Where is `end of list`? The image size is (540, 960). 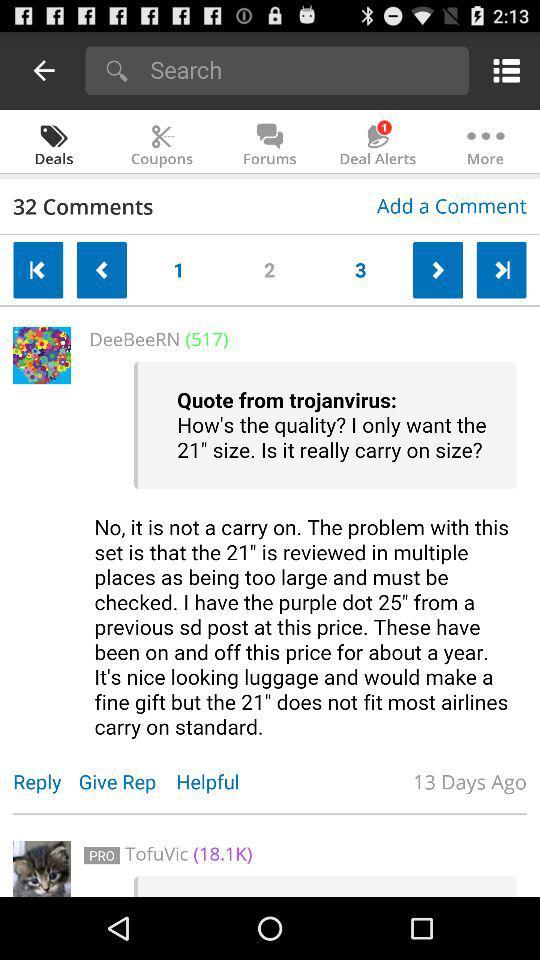 end of list is located at coordinates (500, 269).